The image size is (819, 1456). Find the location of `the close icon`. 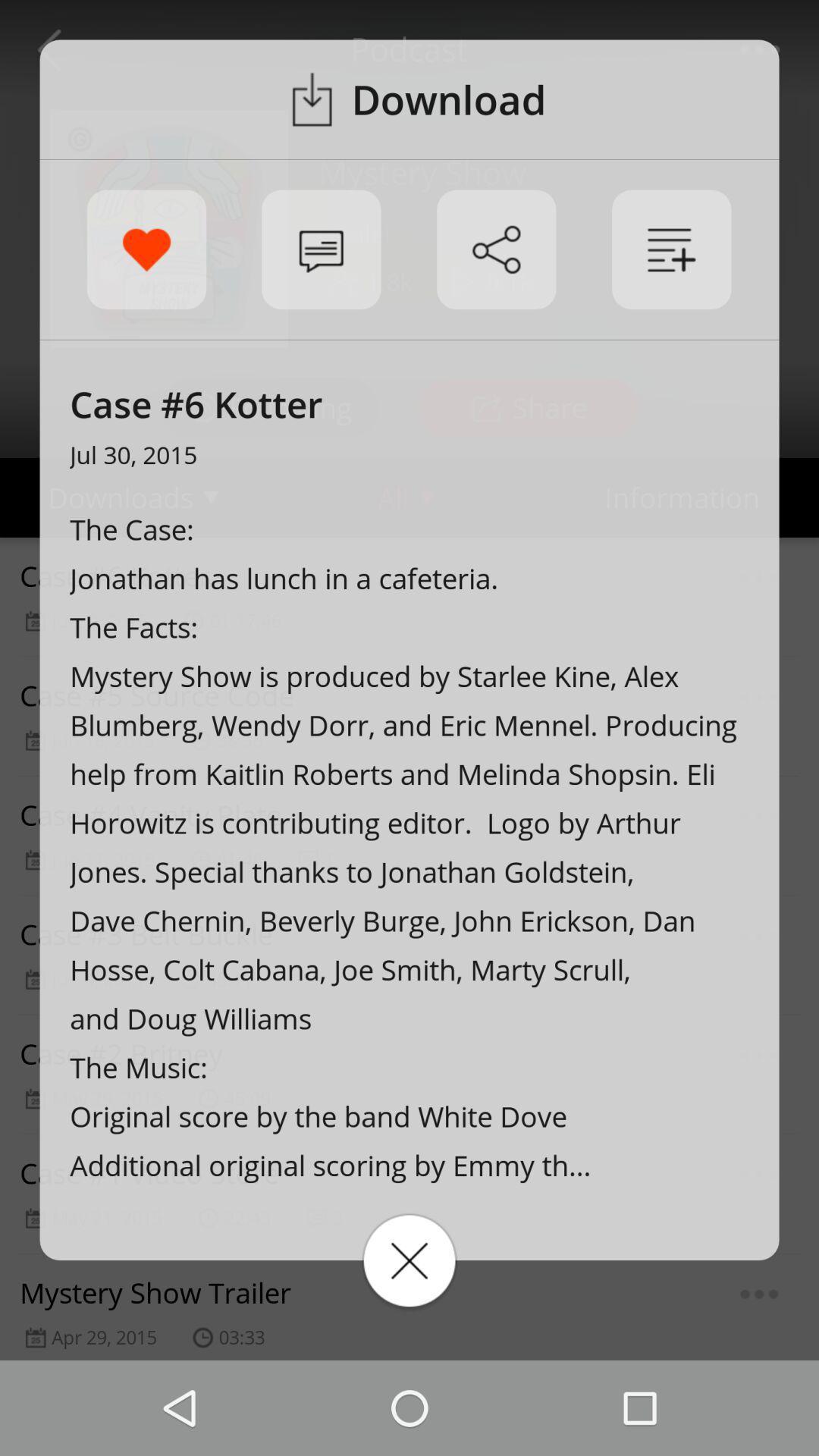

the close icon is located at coordinates (409, 1349).